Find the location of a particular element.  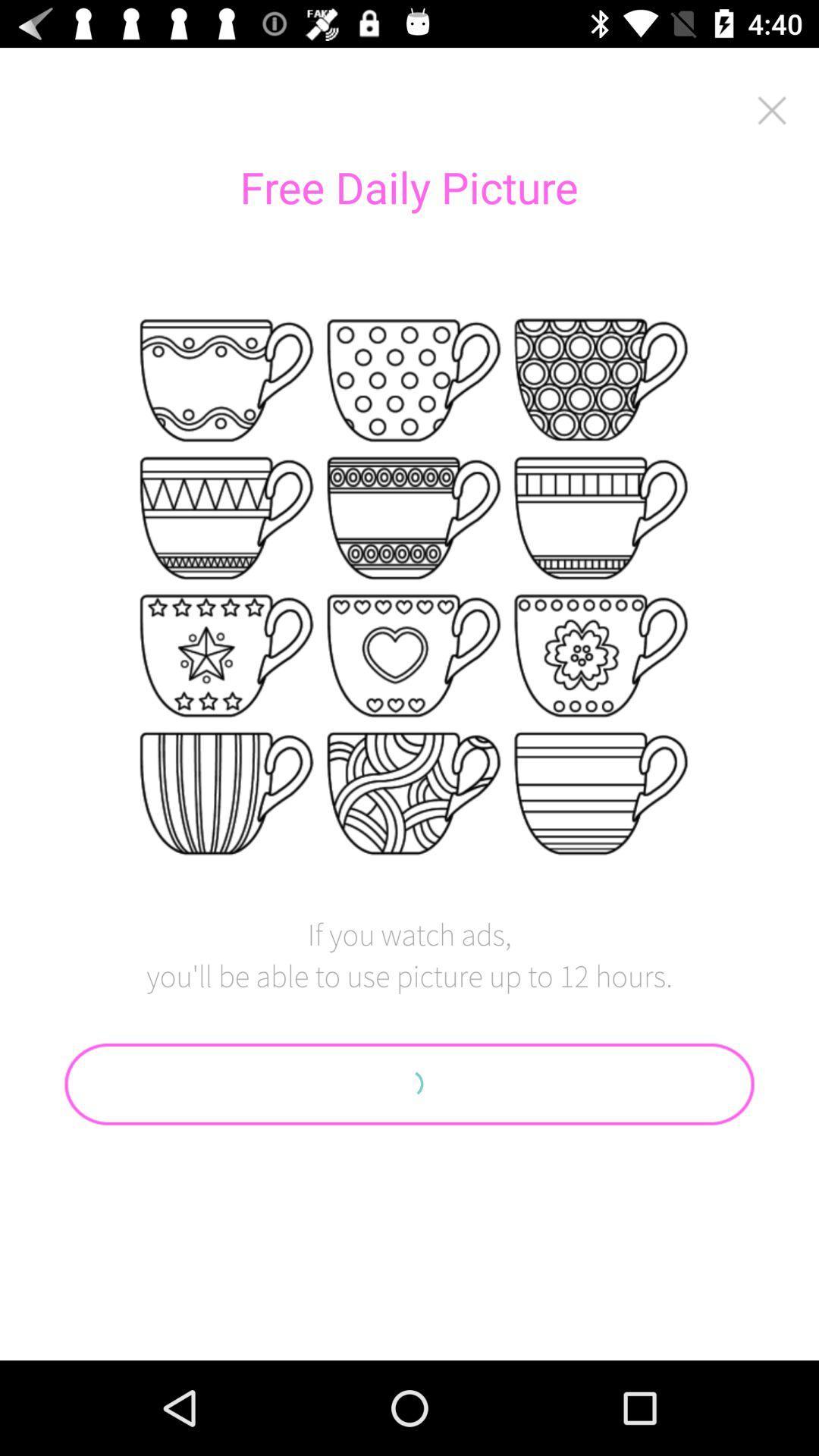

the icon next to free daily picture item is located at coordinates (772, 109).